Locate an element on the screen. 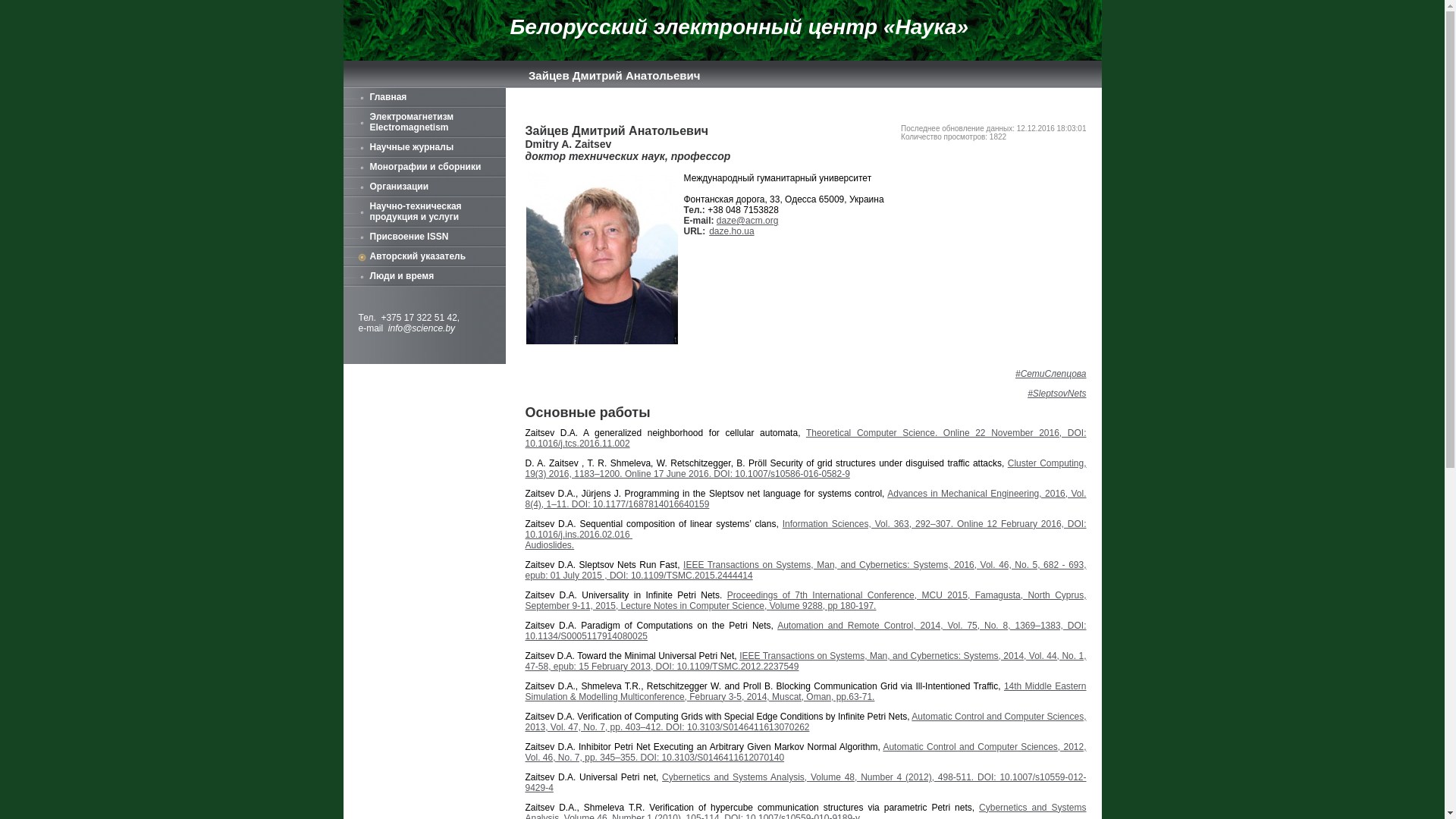  'daze.ho.ua' is located at coordinates (731, 231).